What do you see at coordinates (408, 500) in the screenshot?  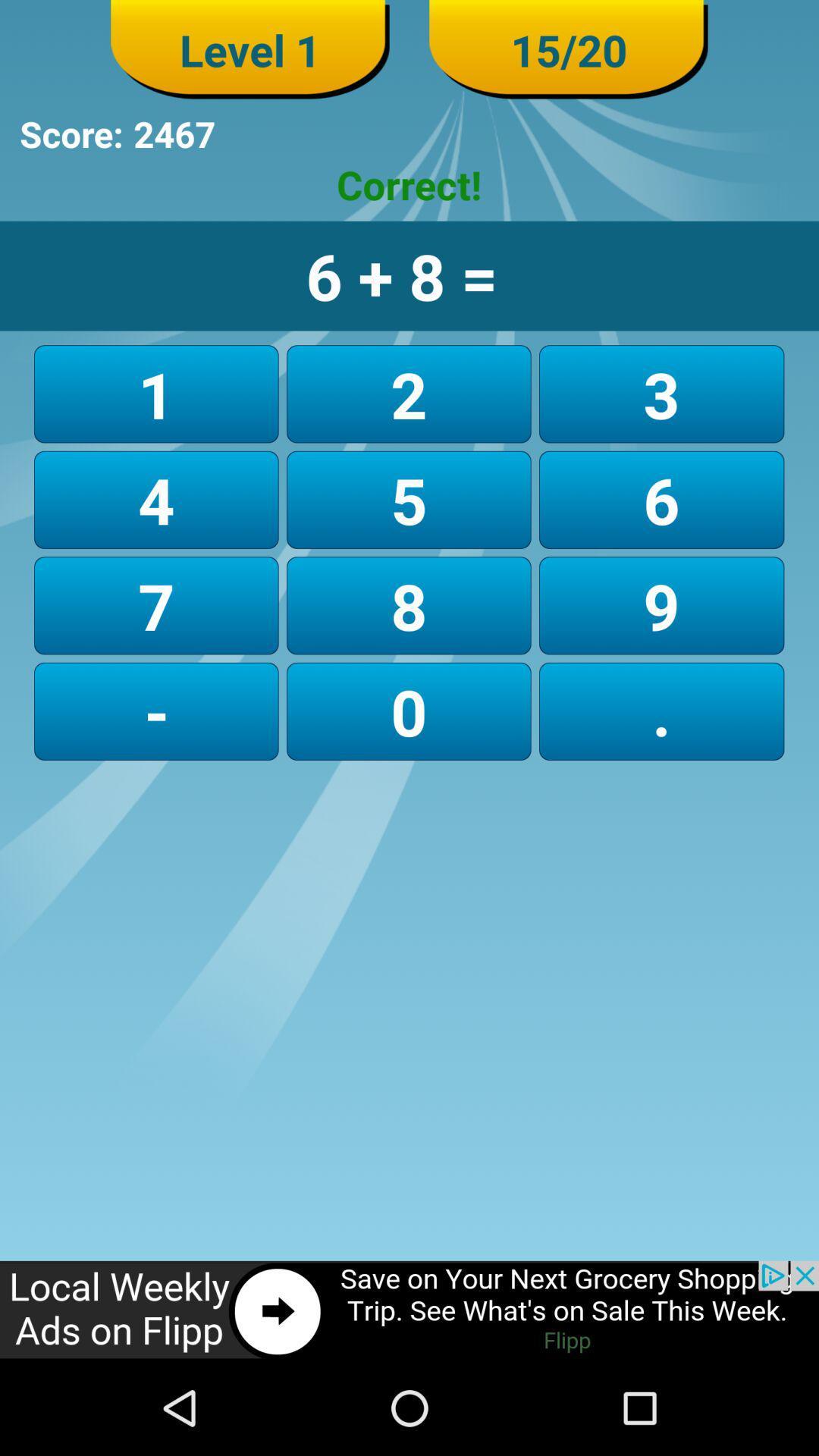 I see `icon below the 1 item` at bounding box center [408, 500].